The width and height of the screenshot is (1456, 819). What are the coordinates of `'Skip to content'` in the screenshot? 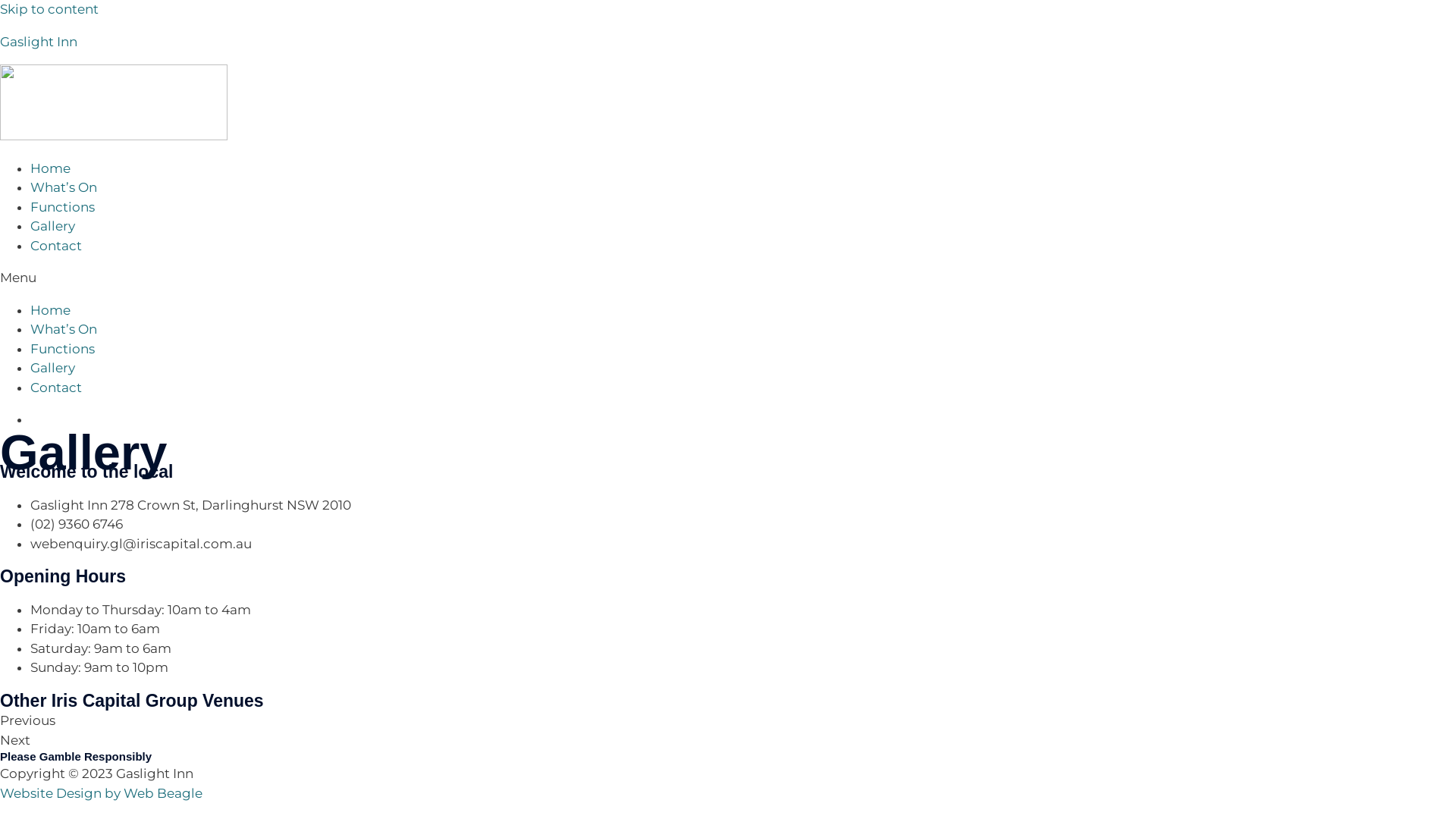 It's located at (49, 8).